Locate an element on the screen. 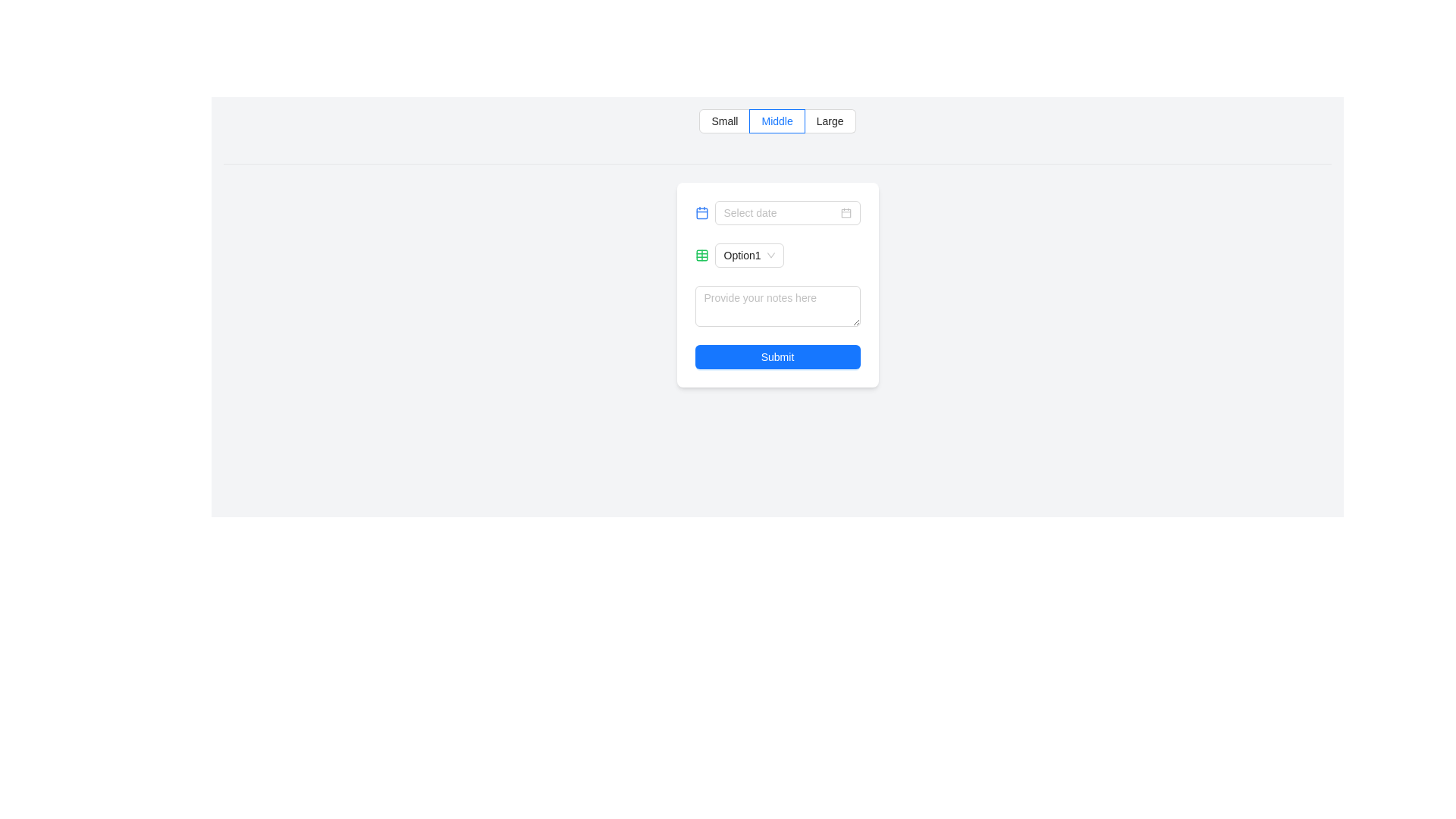 This screenshot has width=1456, height=819. the date-picking icon located on the right side of the 'Select date' input field is located at coordinates (845, 213).